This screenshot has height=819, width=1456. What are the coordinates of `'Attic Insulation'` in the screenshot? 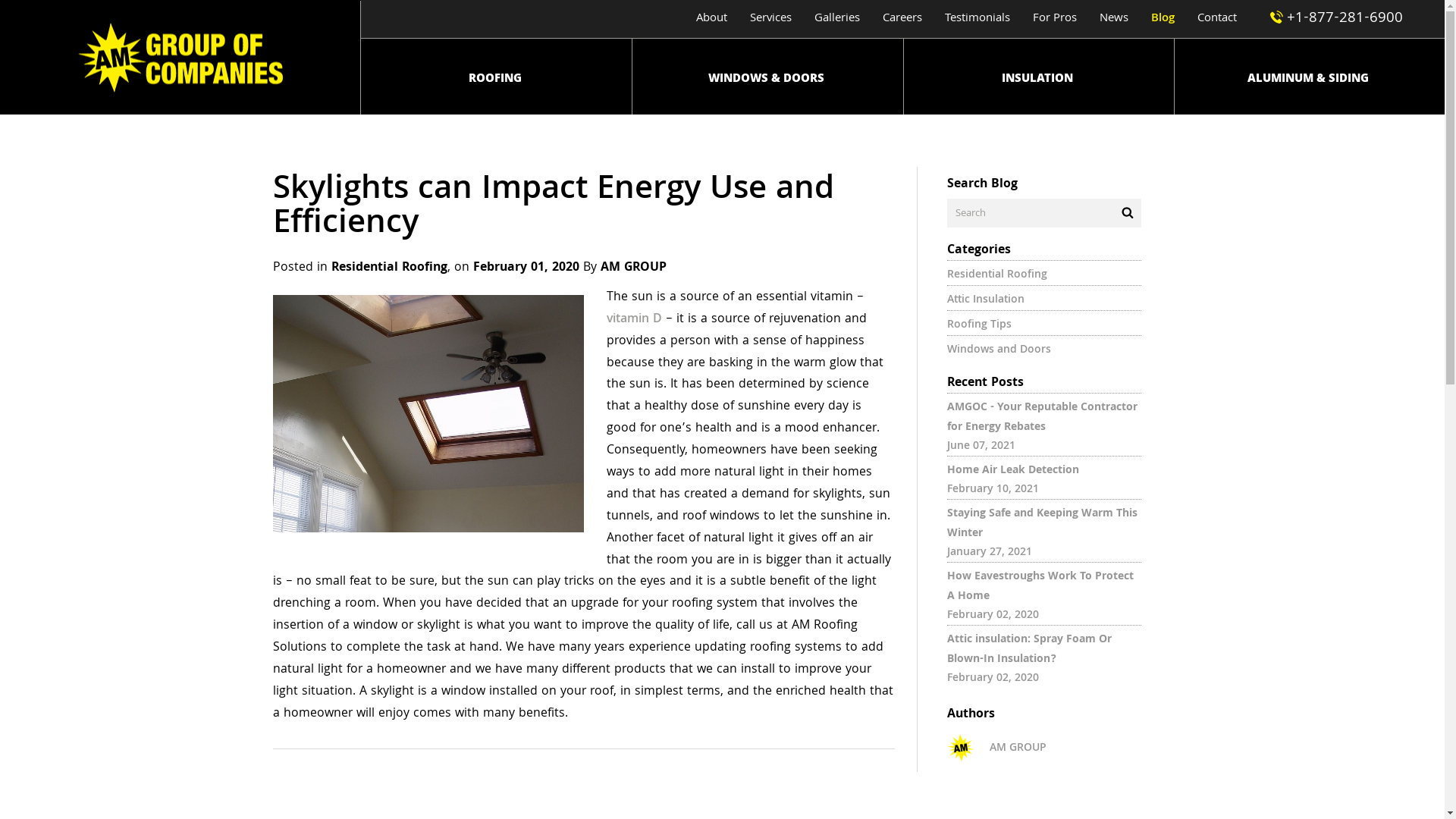 It's located at (986, 300).